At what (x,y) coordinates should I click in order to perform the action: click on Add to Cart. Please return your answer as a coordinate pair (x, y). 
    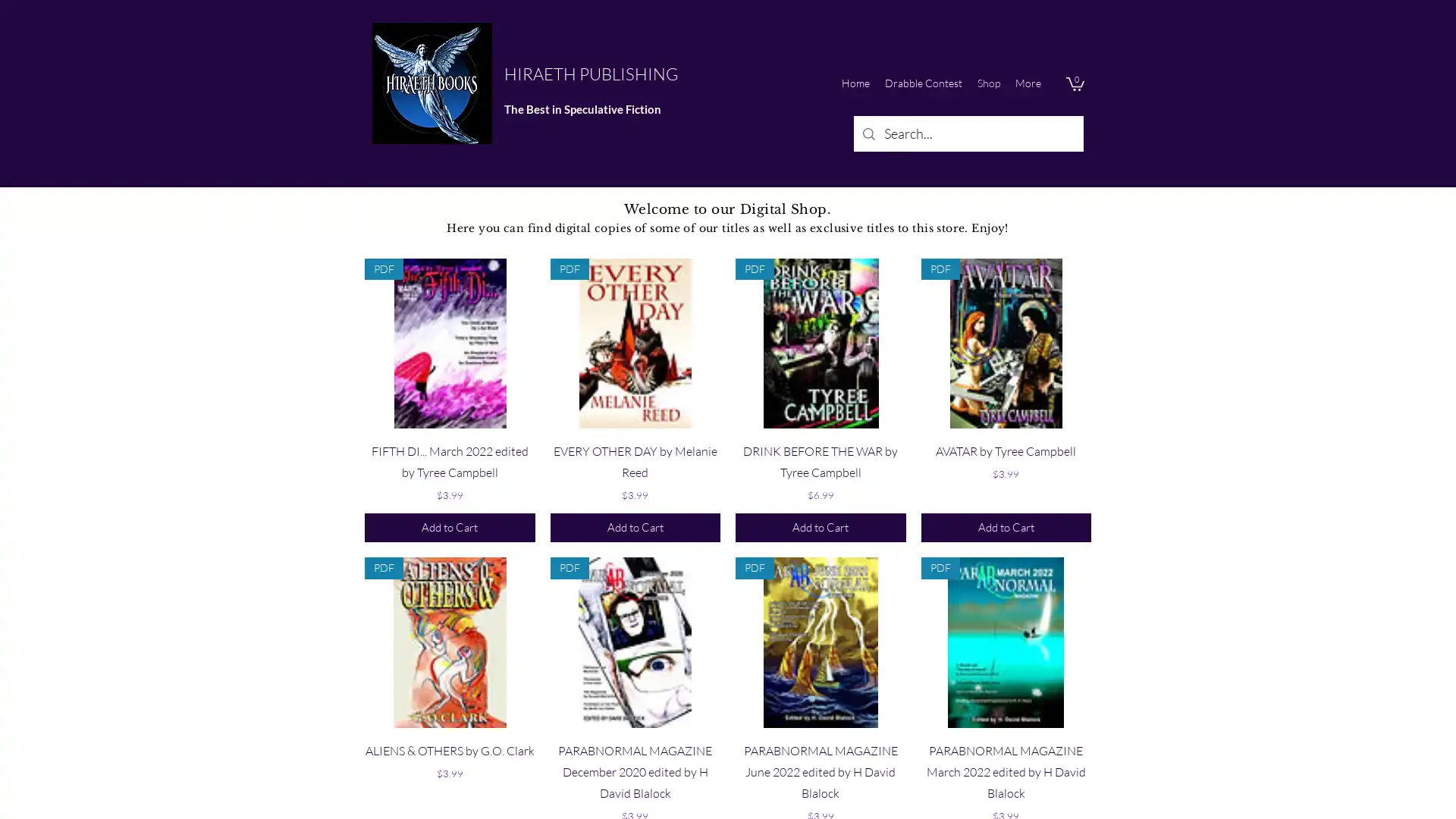
    Looking at the image, I should click on (819, 526).